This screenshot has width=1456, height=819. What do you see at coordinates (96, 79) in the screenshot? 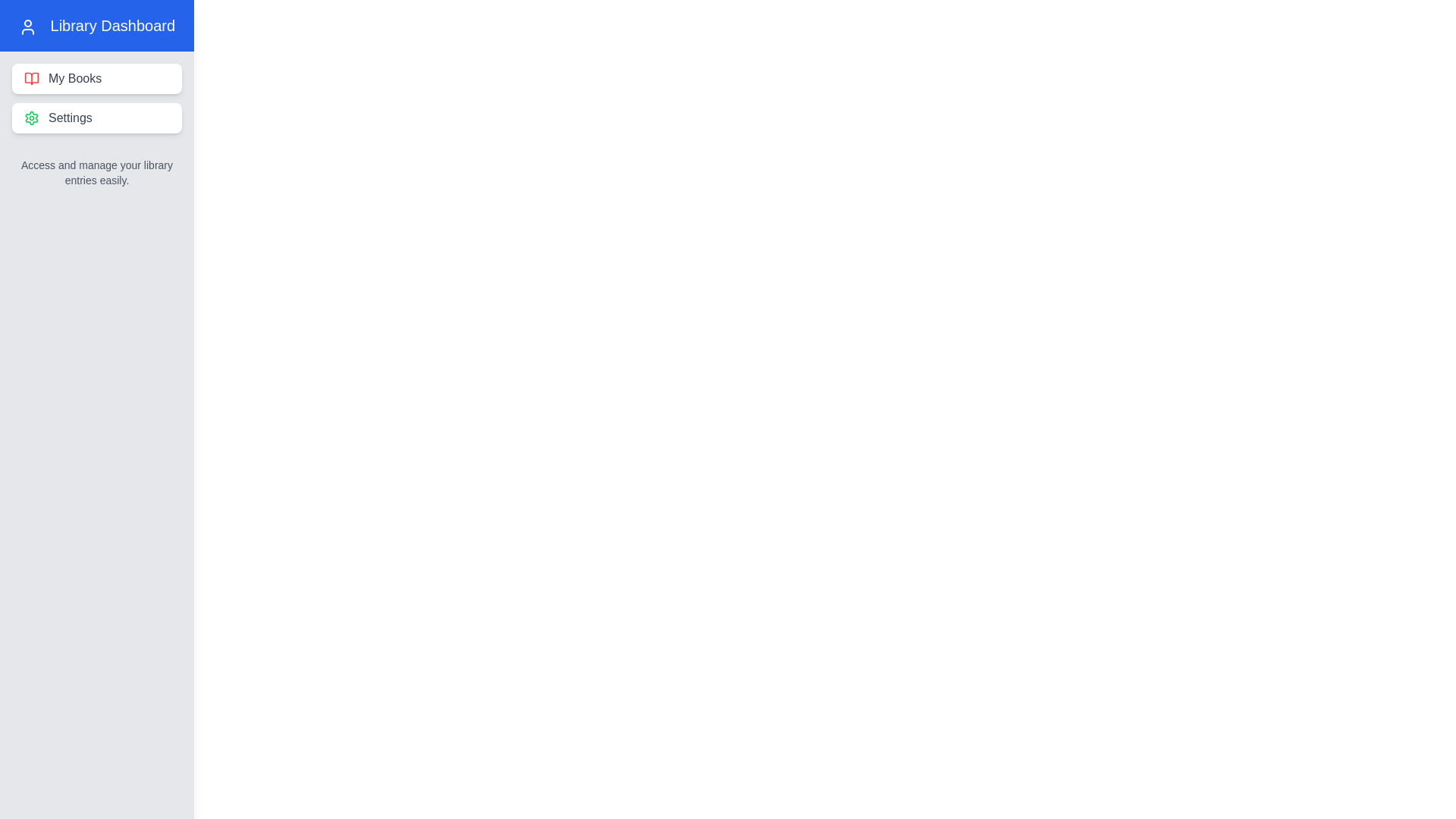
I see `'My Books' button in the drawer` at bounding box center [96, 79].